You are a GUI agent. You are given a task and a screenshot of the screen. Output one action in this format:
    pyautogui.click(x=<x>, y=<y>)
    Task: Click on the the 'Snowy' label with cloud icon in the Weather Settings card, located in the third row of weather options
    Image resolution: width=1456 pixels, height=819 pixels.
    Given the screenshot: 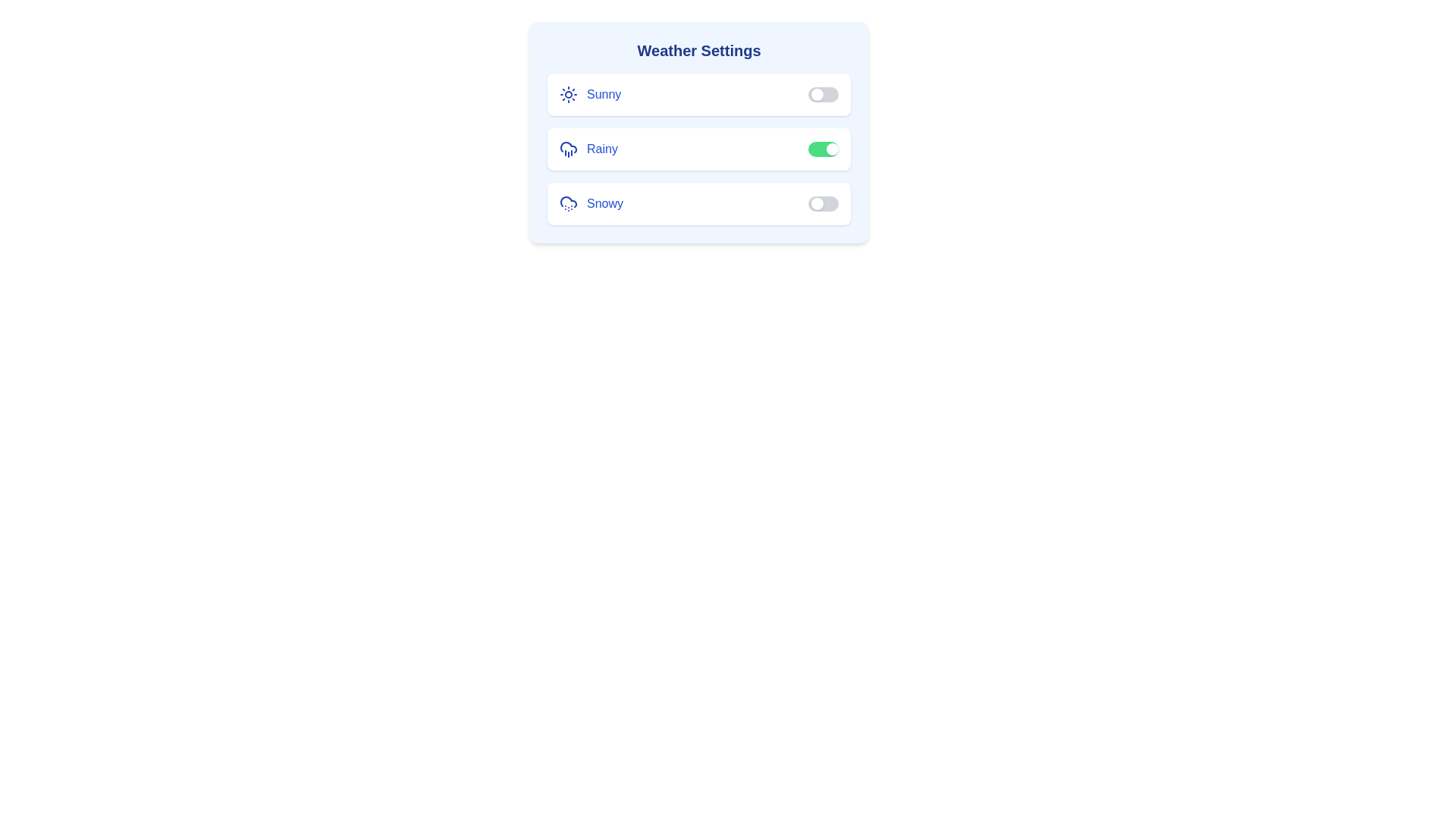 What is the action you would take?
    pyautogui.click(x=591, y=203)
    